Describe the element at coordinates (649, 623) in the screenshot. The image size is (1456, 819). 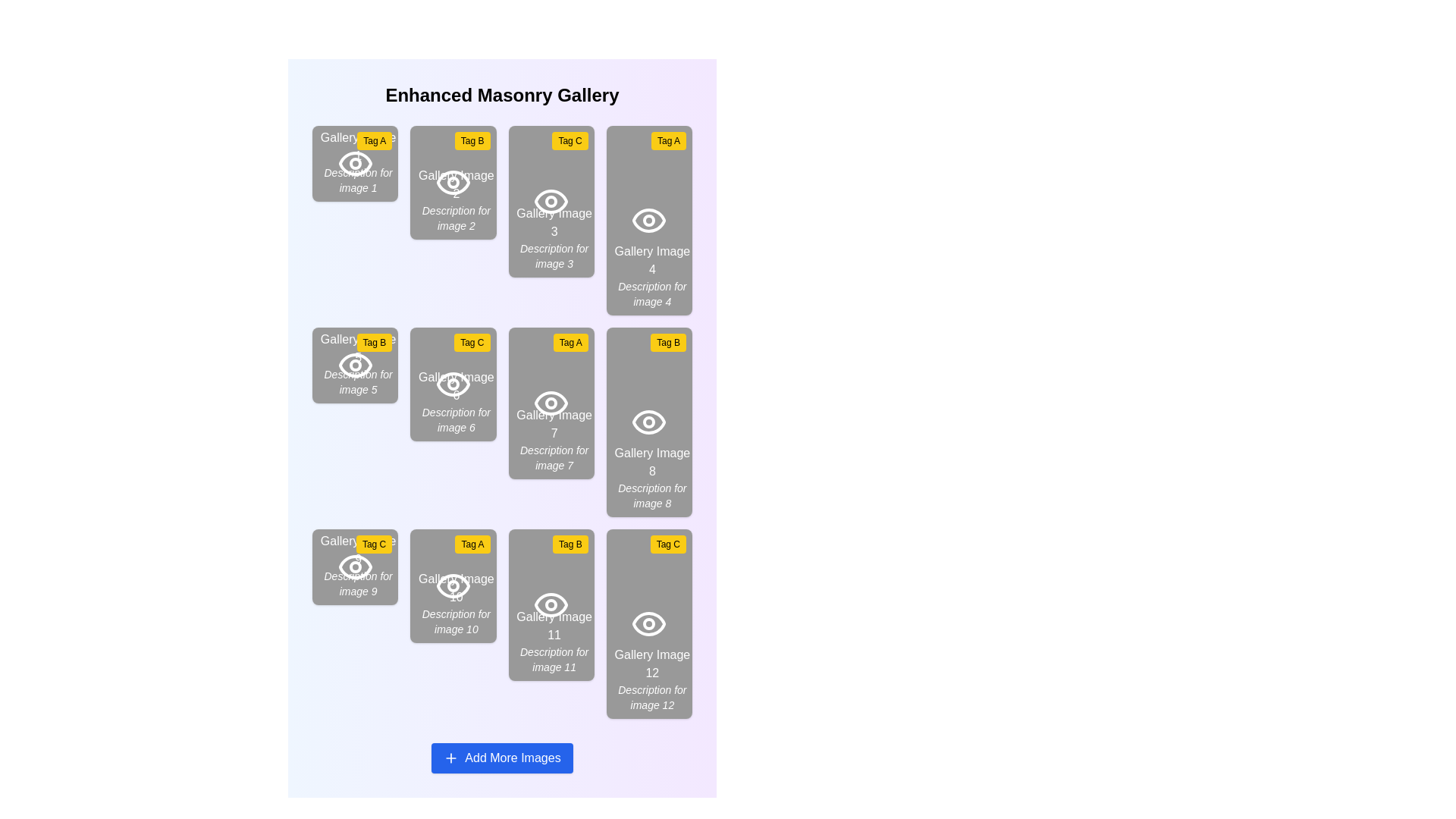
I see `the eye icon located in the card labeled 'Gallery Image 12', which is positioned in the last row and last column of the gallery layout` at that location.